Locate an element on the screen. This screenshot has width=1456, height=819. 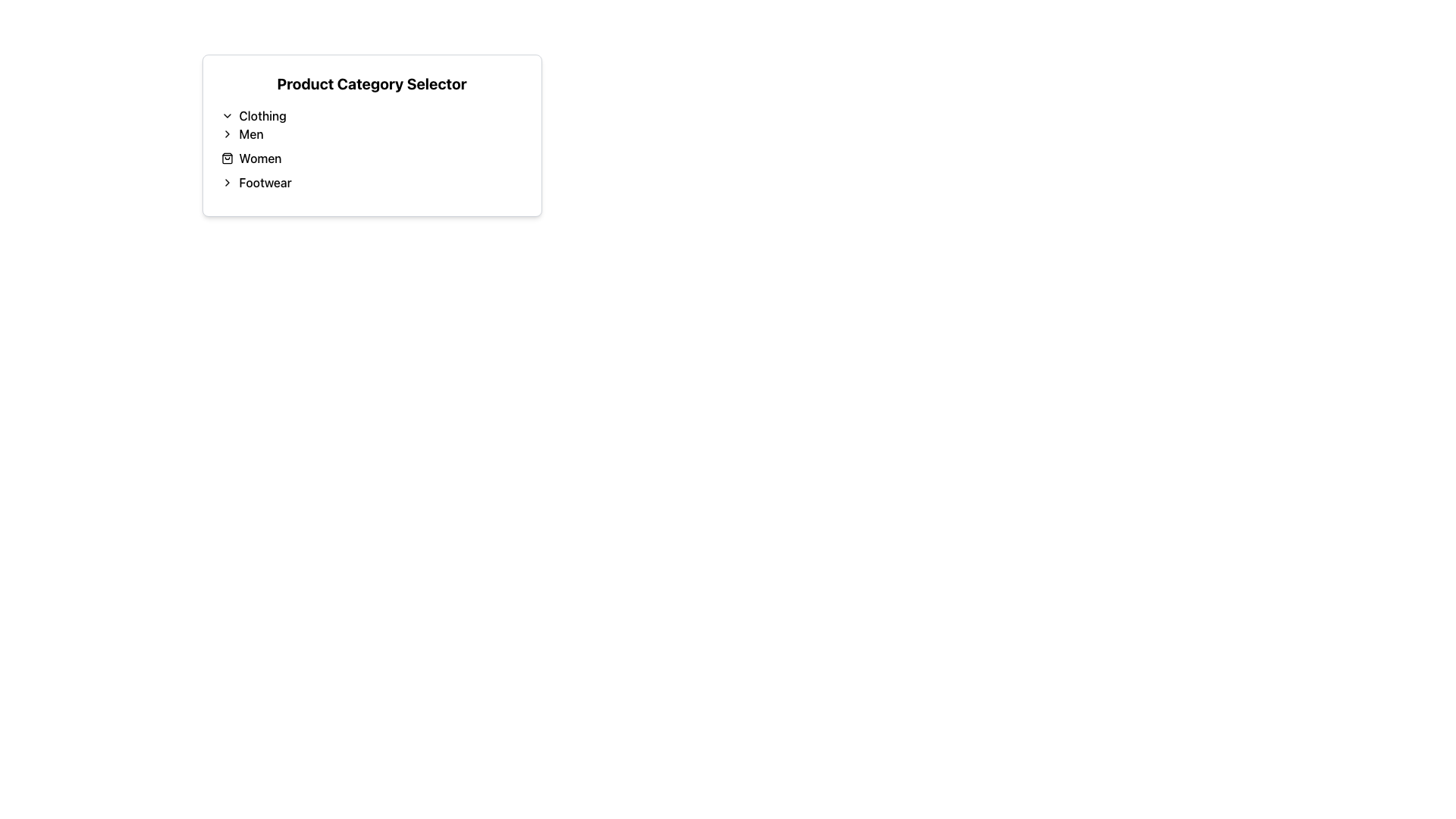
the small chevron-shaped arrow icon pointing to the right, which is located to the left of the text 'Men' and slightly indented under 'Clothing' in the product category selector is located at coordinates (226, 133).